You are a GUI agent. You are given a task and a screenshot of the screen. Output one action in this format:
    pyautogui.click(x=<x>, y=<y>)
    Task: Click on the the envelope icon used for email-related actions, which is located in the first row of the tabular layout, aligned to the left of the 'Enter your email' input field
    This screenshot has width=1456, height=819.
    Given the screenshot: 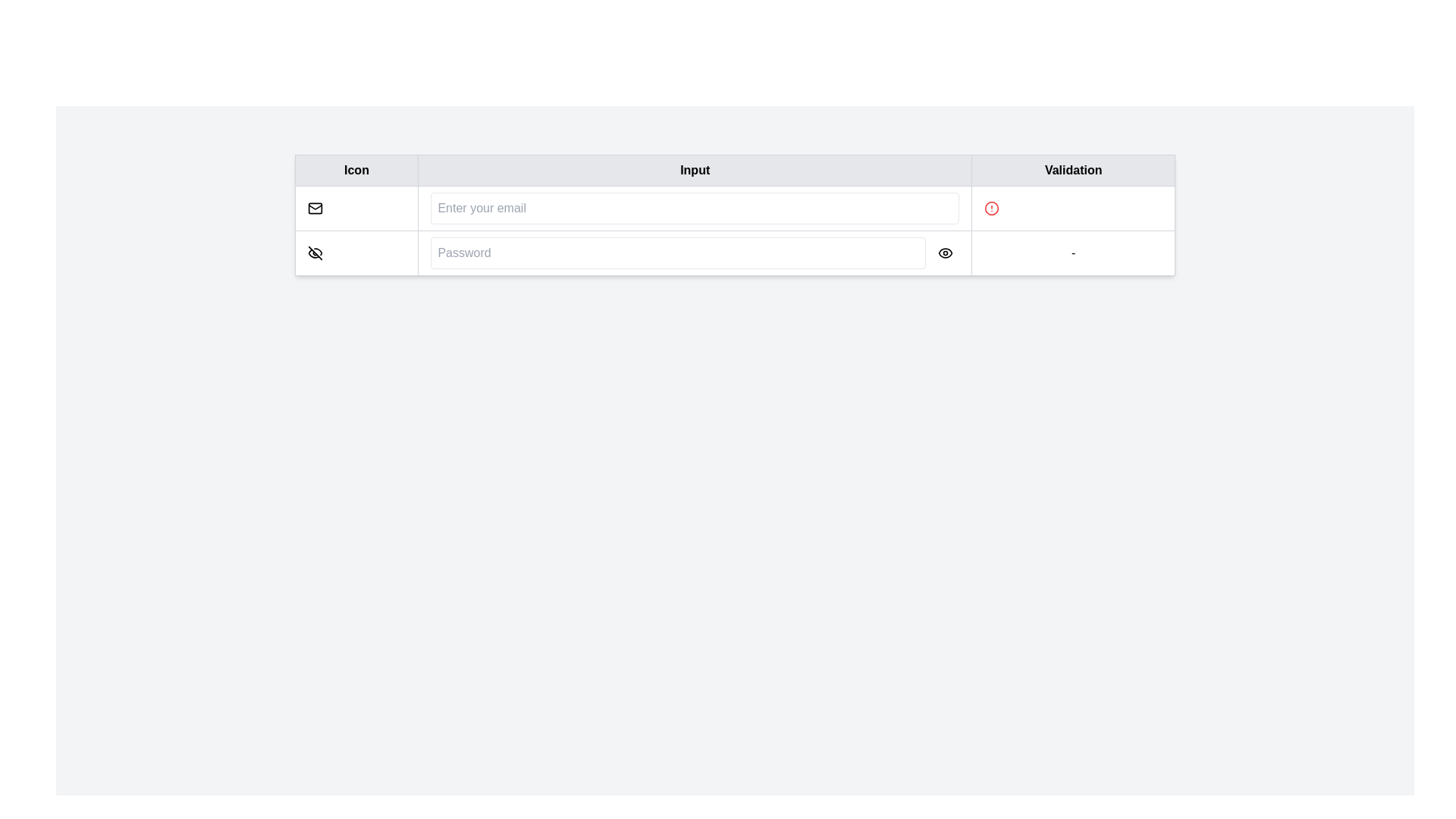 What is the action you would take?
    pyautogui.click(x=314, y=208)
    